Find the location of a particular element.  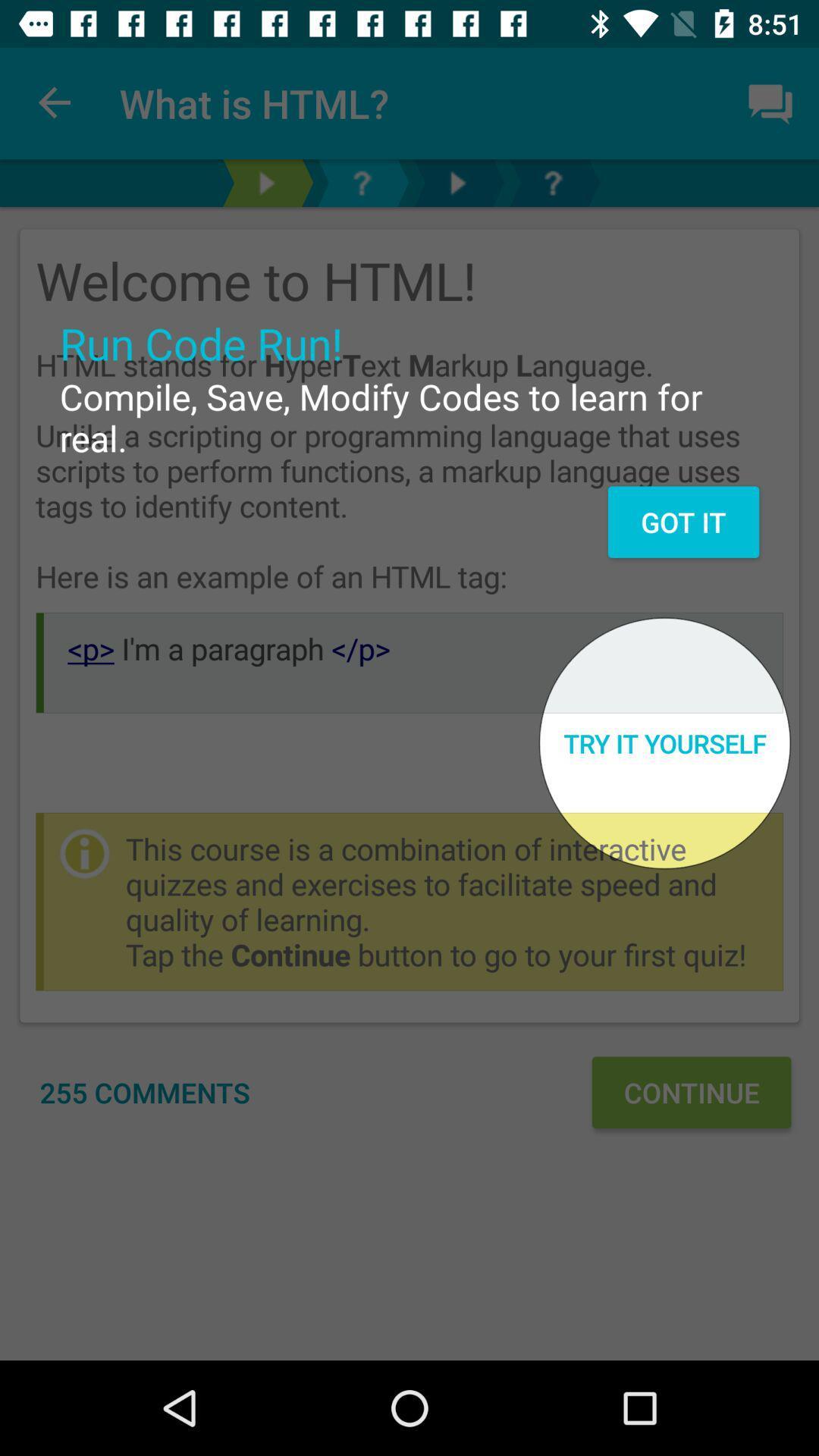

the play icon is located at coordinates (456, 182).